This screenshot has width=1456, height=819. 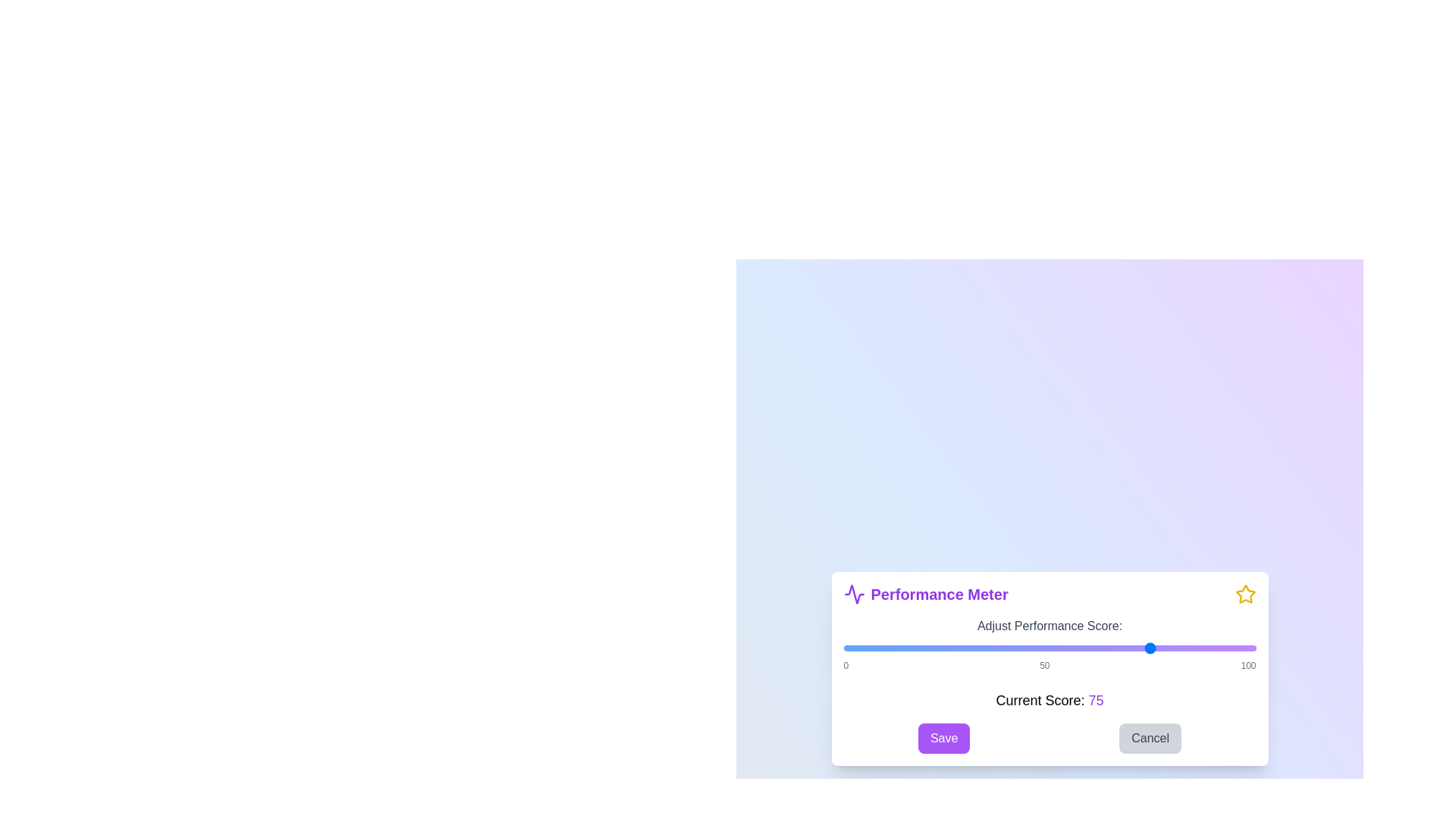 I want to click on the performance score to 87 using the slider, so click(x=1201, y=648).